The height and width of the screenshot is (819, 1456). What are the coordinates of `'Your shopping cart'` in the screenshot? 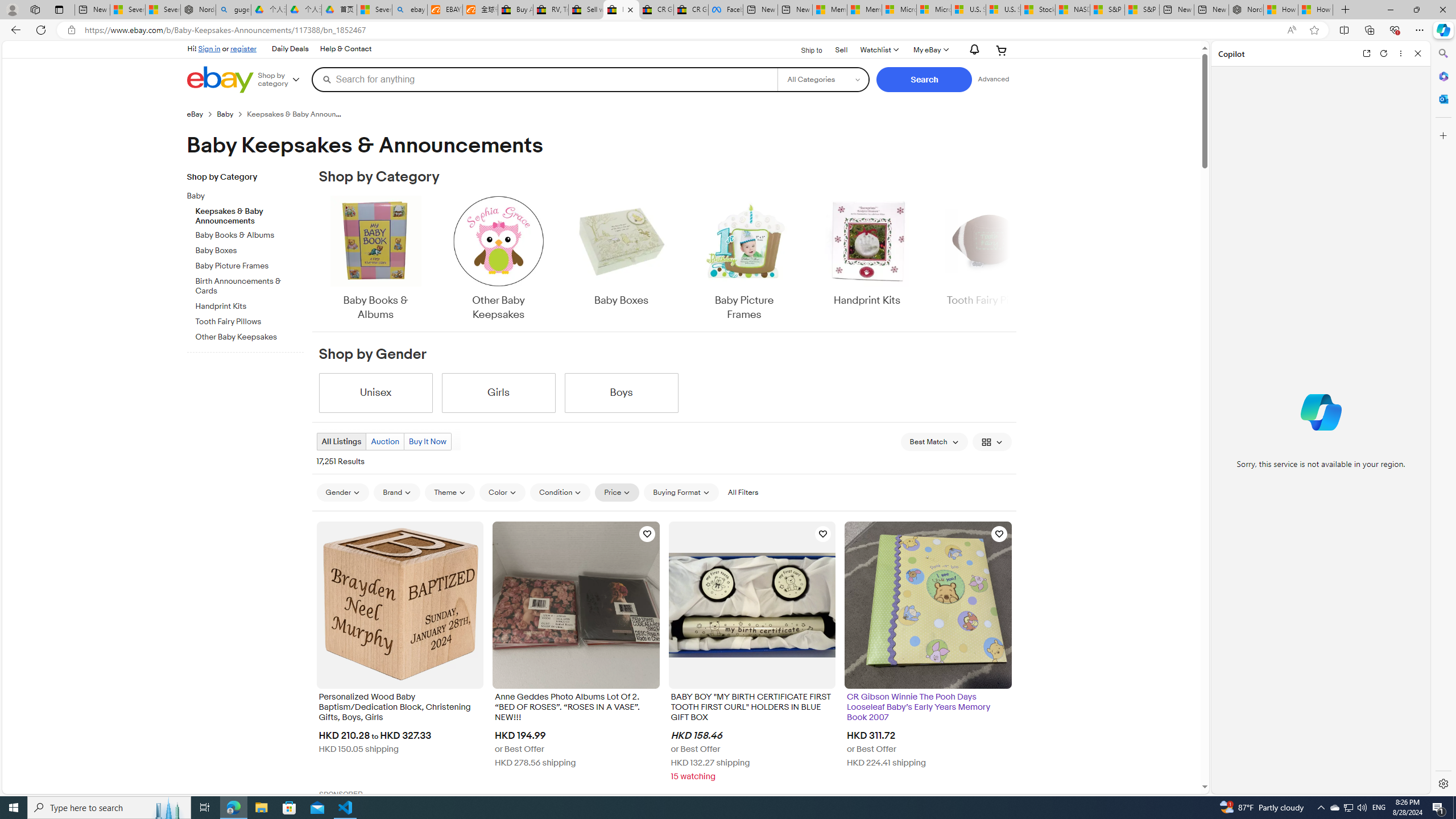 It's located at (1002, 49).